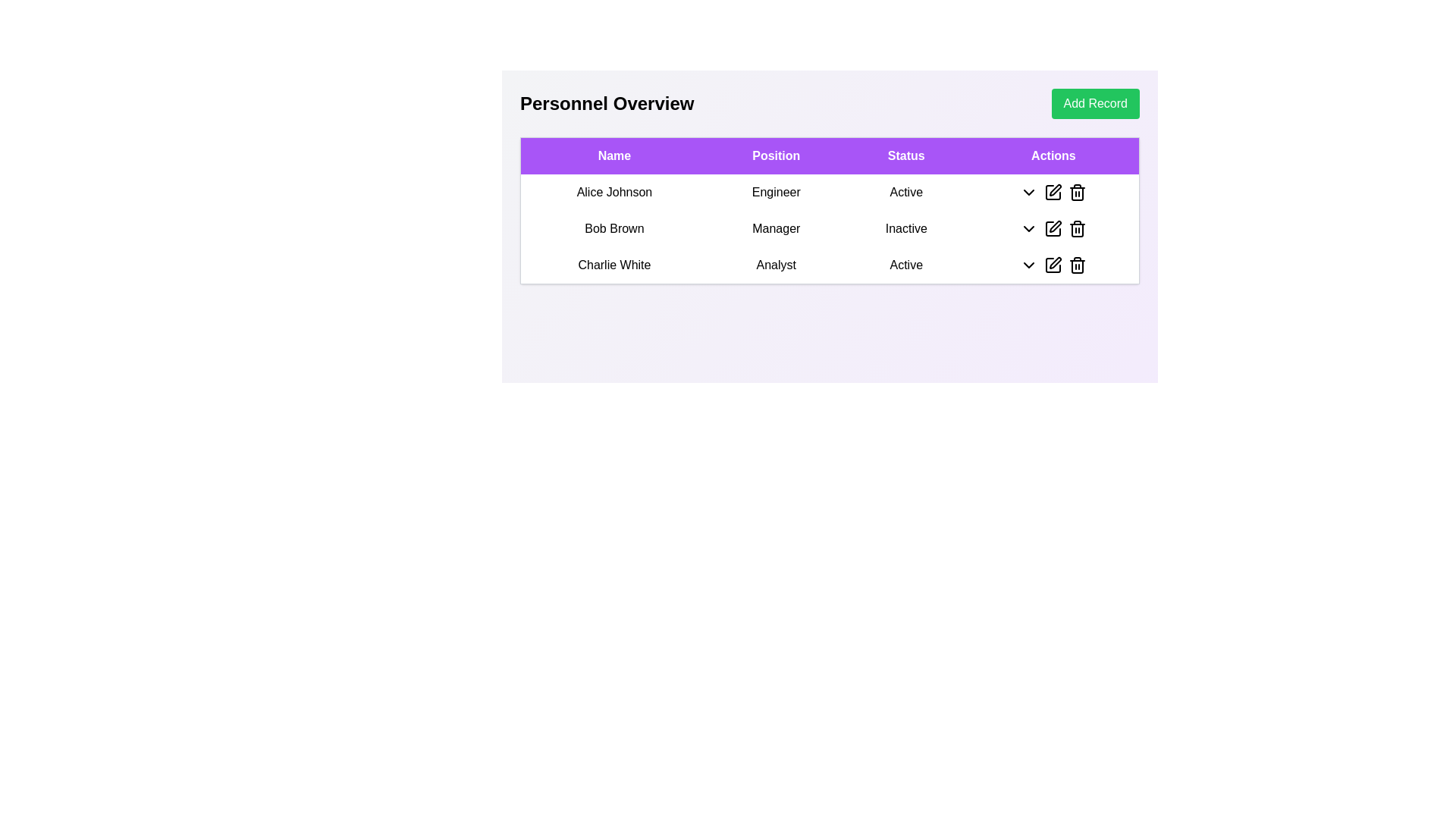 The image size is (1456, 819). I want to click on the 'Edit' action icon within the 'Actions' column for 'Bob Brown', so click(1053, 228).